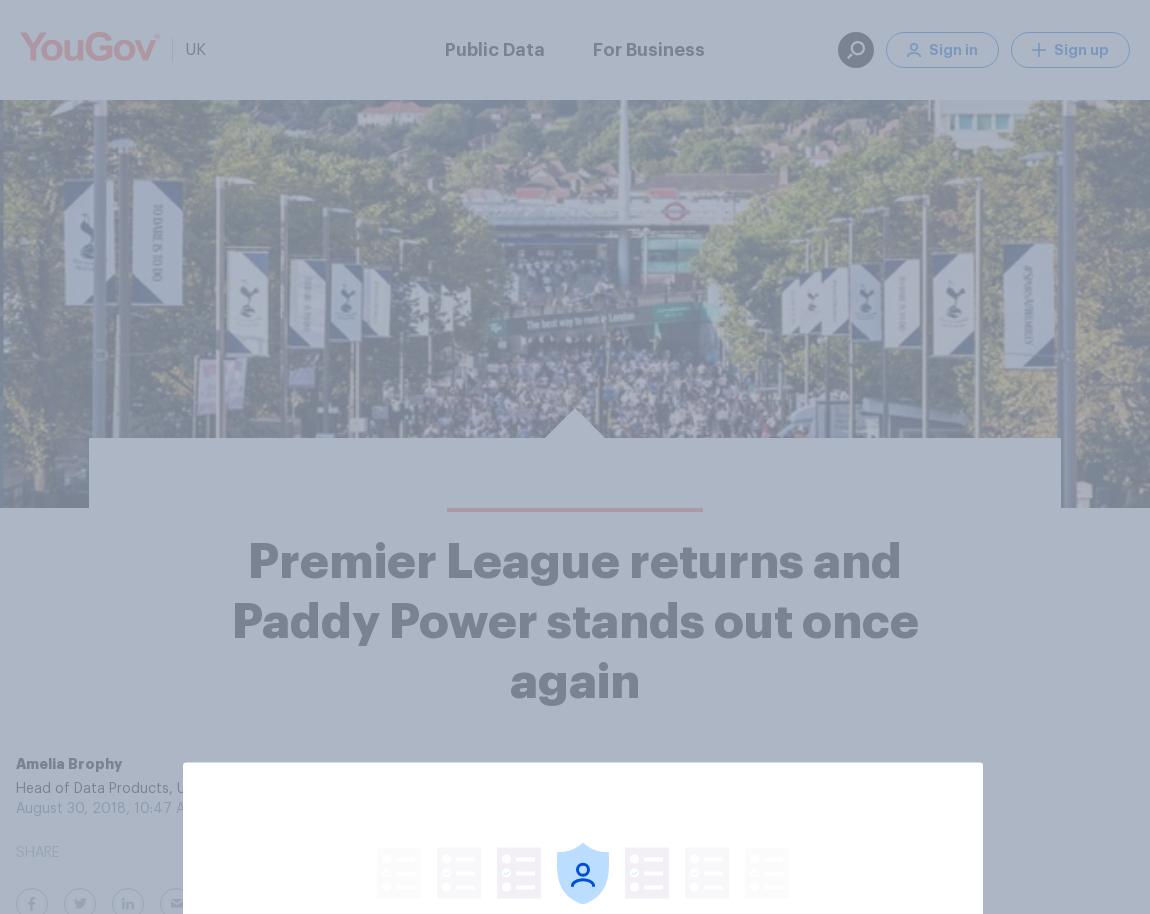 The image size is (1150, 914). Describe the element at coordinates (574, 620) in the screenshot. I see `'Premier League returns and Paddy Power stands out once again'` at that location.